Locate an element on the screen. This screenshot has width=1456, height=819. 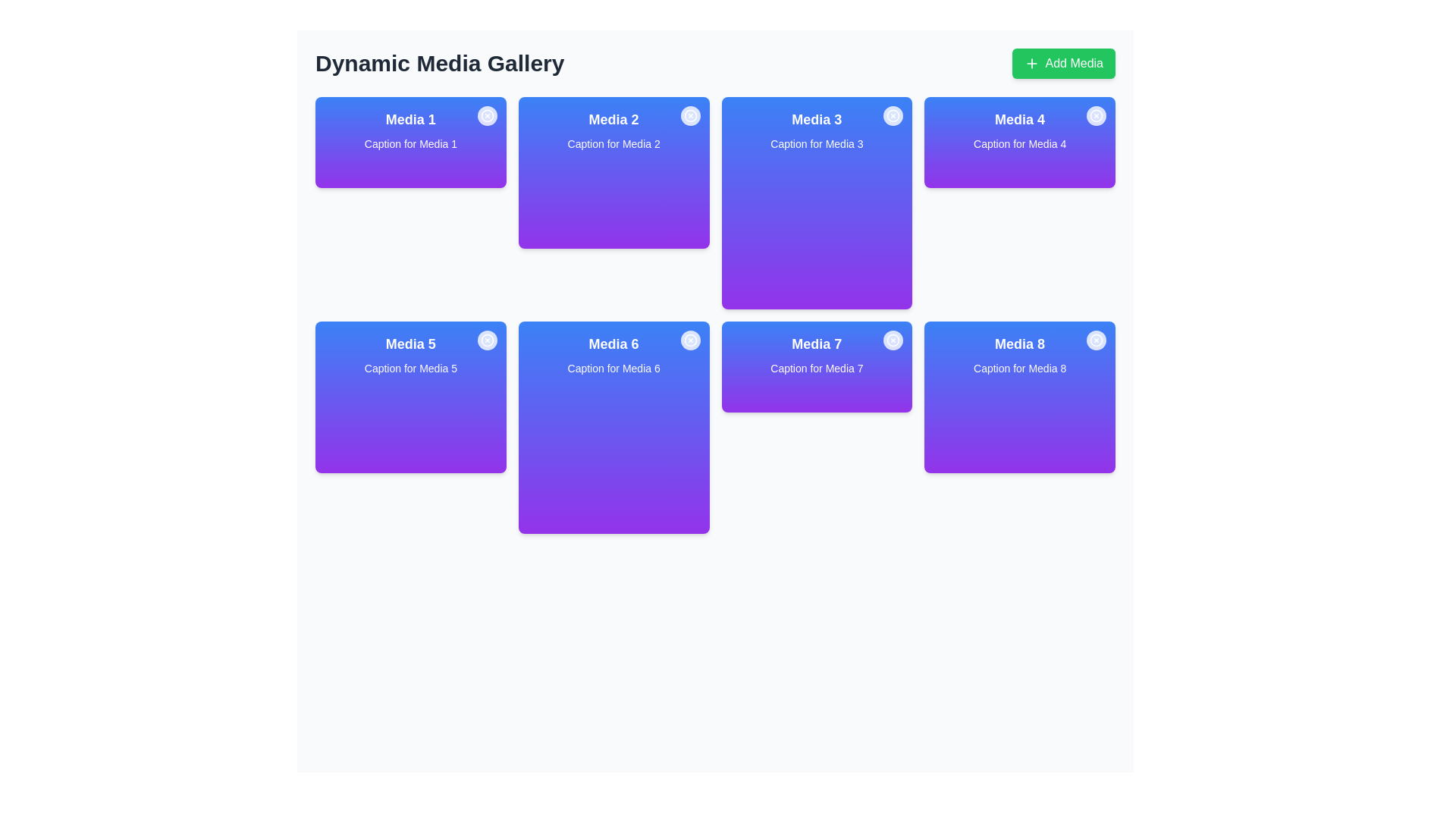
the icon in the top-right corner of the 'Media 7' card to engage its function is located at coordinates (893, 339).